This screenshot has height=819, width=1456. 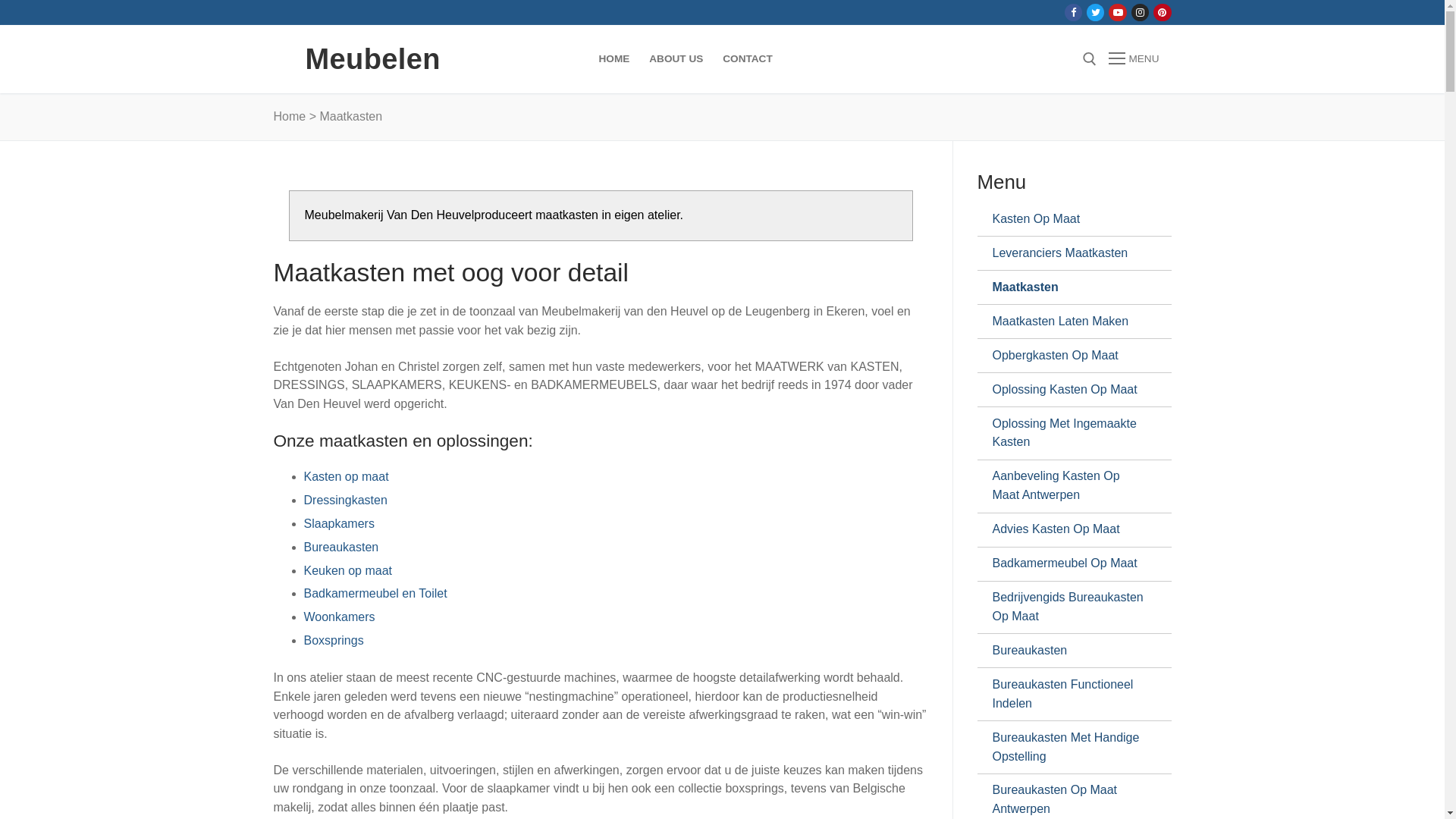 I want to click on 'MENU', so click(x=1133, y=58).